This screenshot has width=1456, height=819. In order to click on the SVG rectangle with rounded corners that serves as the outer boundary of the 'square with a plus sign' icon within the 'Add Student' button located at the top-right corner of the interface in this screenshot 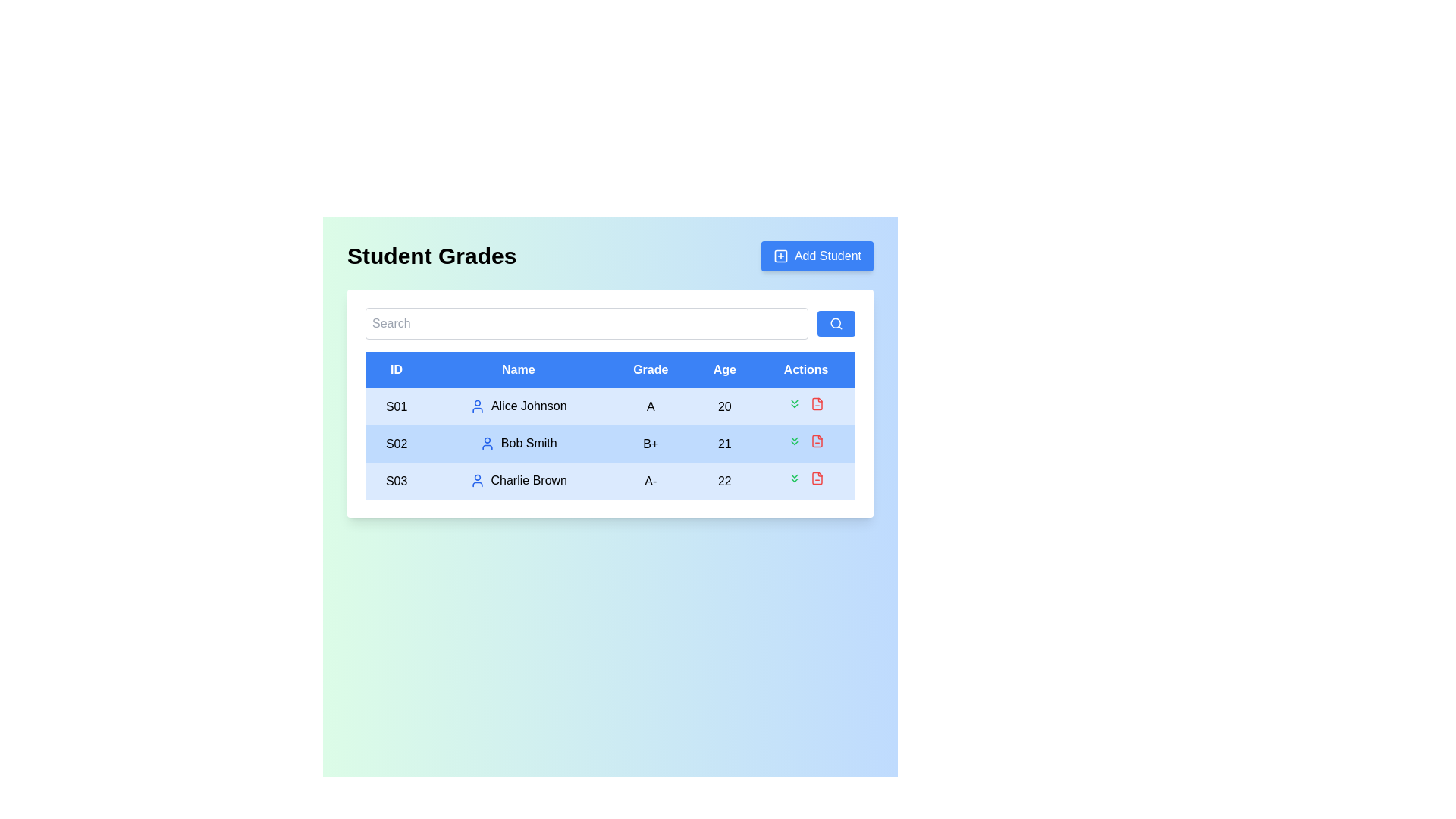, I will do `click(780, 256)`.